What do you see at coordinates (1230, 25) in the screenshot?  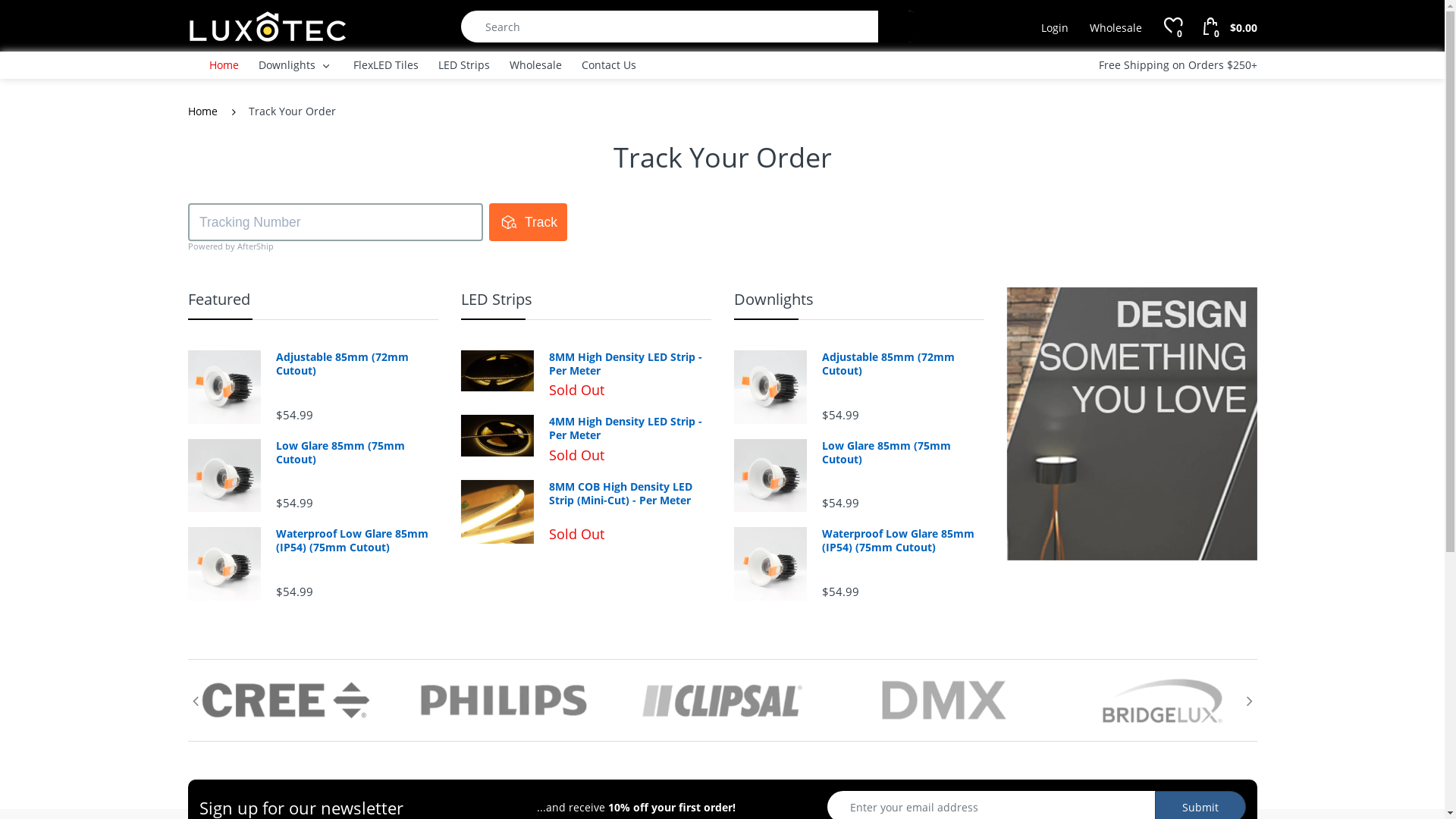 I see `'0` at bounding box center [1230, 25].